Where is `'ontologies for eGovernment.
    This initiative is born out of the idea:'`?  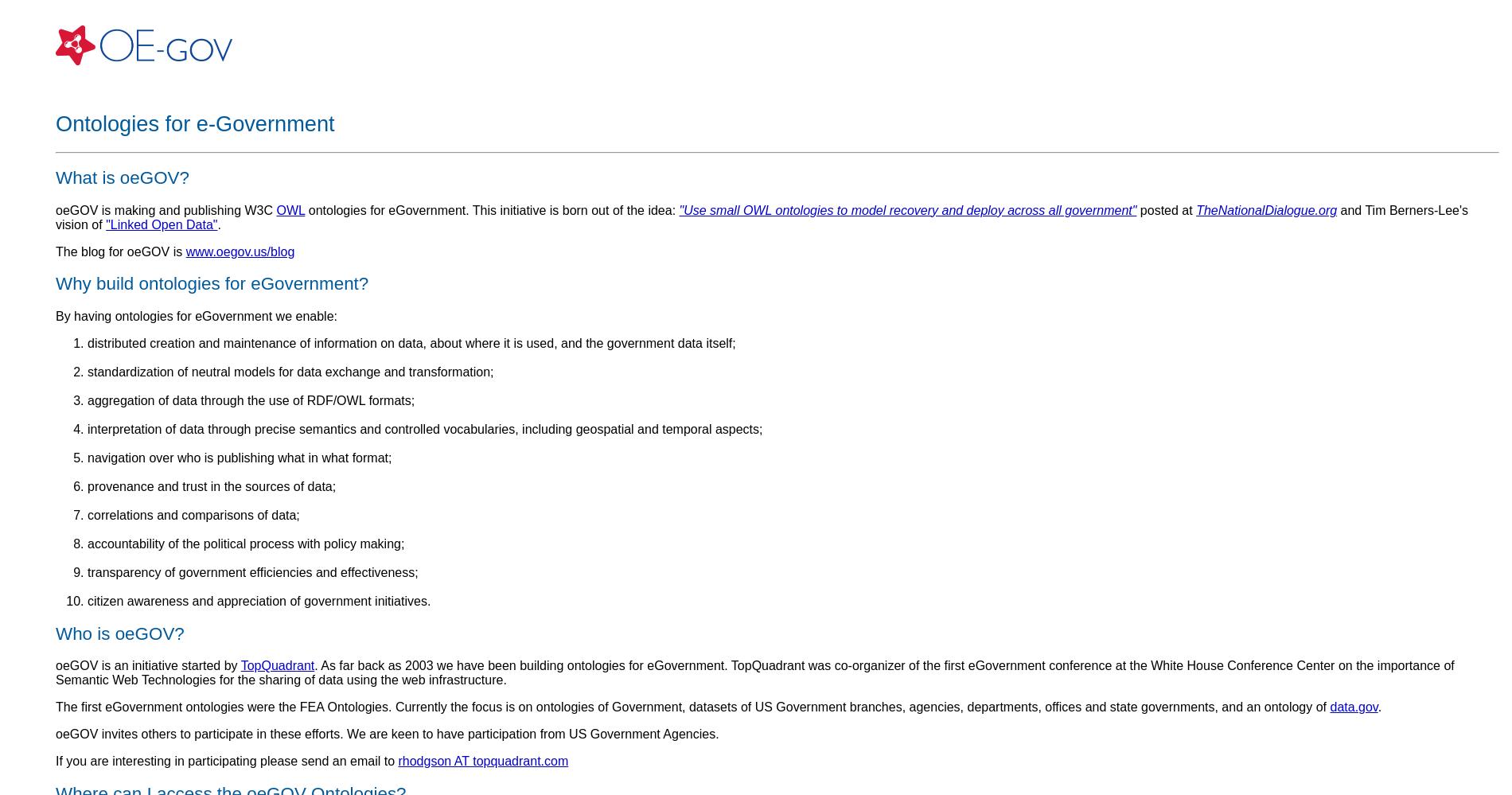
'ontologies for eGovernment.
    This initiative is born out of the idea:' is located at coordinates (492, 209).